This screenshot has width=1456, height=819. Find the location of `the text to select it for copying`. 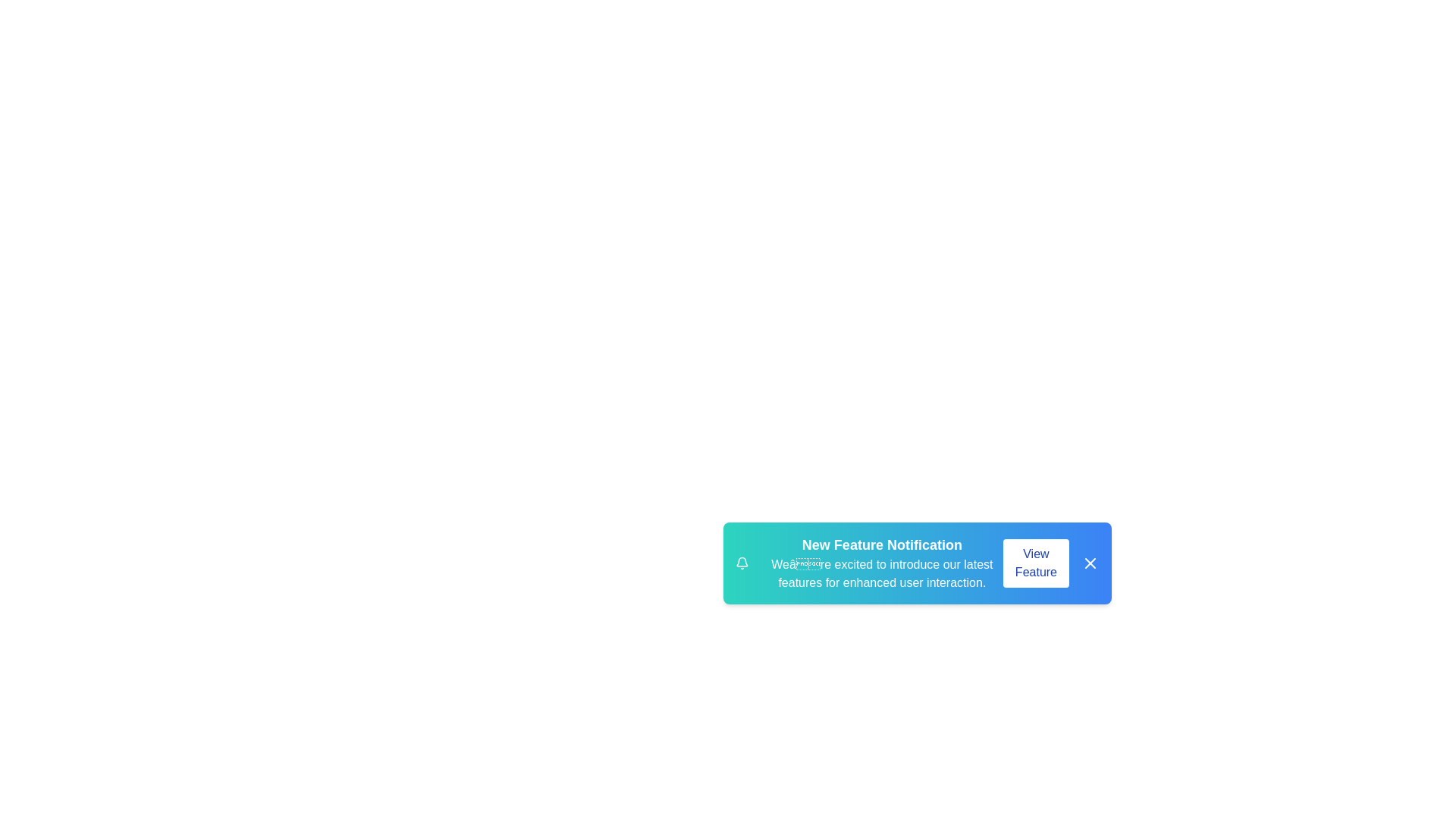

the text to select it for copying is located at coordinates (869, 563).